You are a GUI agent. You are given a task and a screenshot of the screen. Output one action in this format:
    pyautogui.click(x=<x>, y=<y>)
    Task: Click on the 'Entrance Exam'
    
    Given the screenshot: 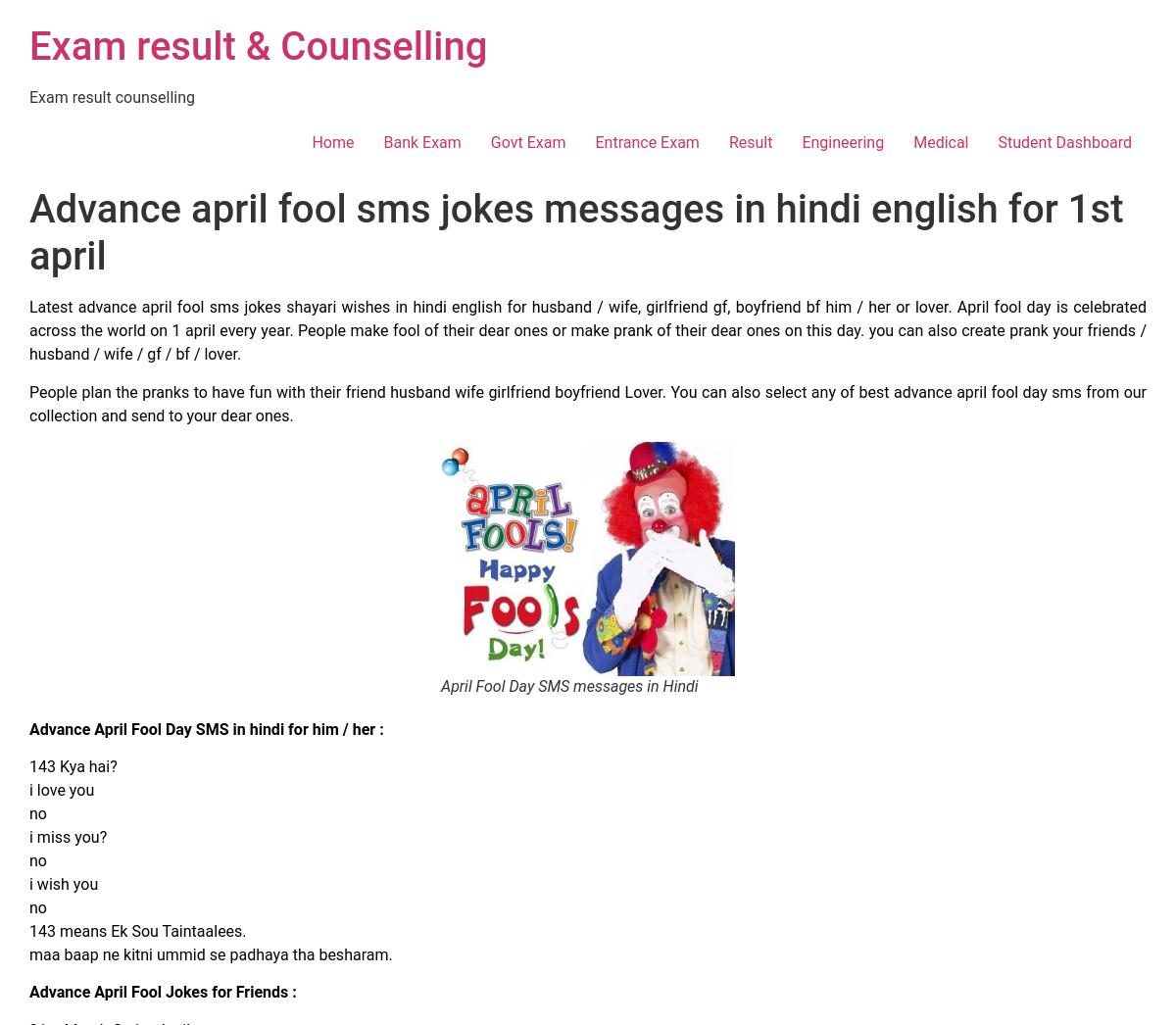 What is the action you would take?
    pyautogui.click(x=594, y=141)
    